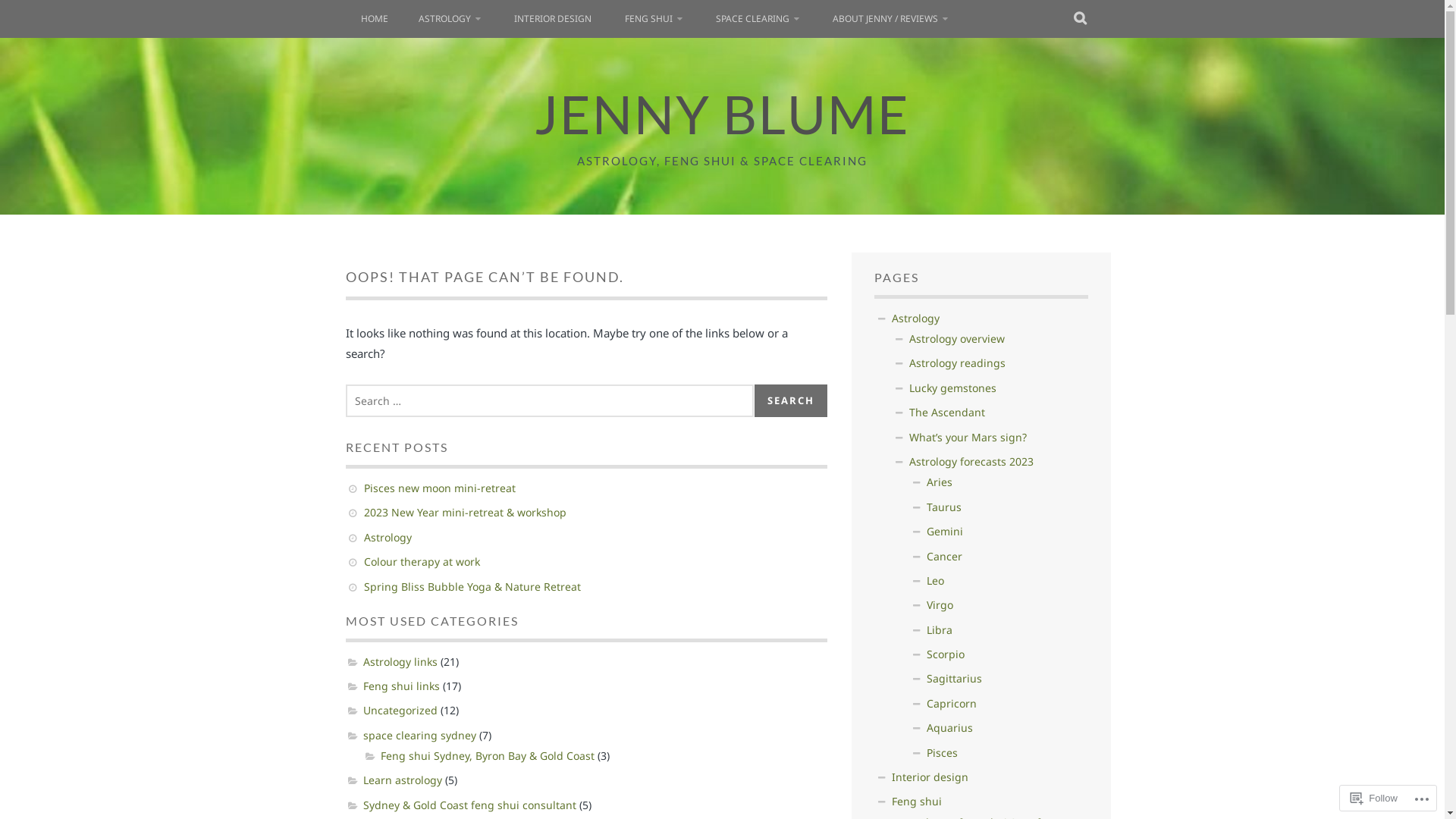 This screenshot has height=819, width=1456. I want to click on 'Astrology', so click(915, 317).